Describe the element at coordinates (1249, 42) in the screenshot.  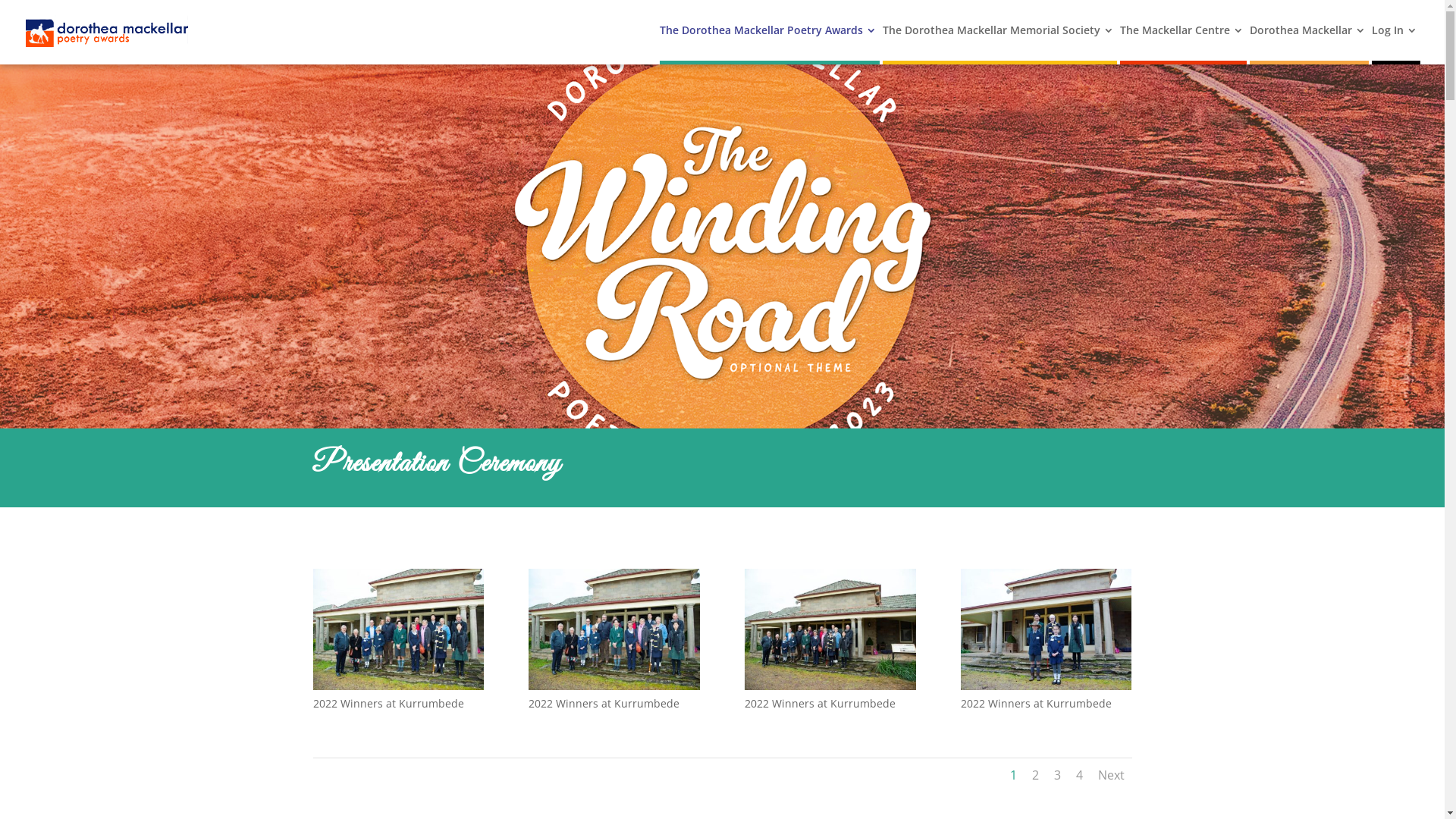
I see `'Dorothea Mackellar'` at that location.